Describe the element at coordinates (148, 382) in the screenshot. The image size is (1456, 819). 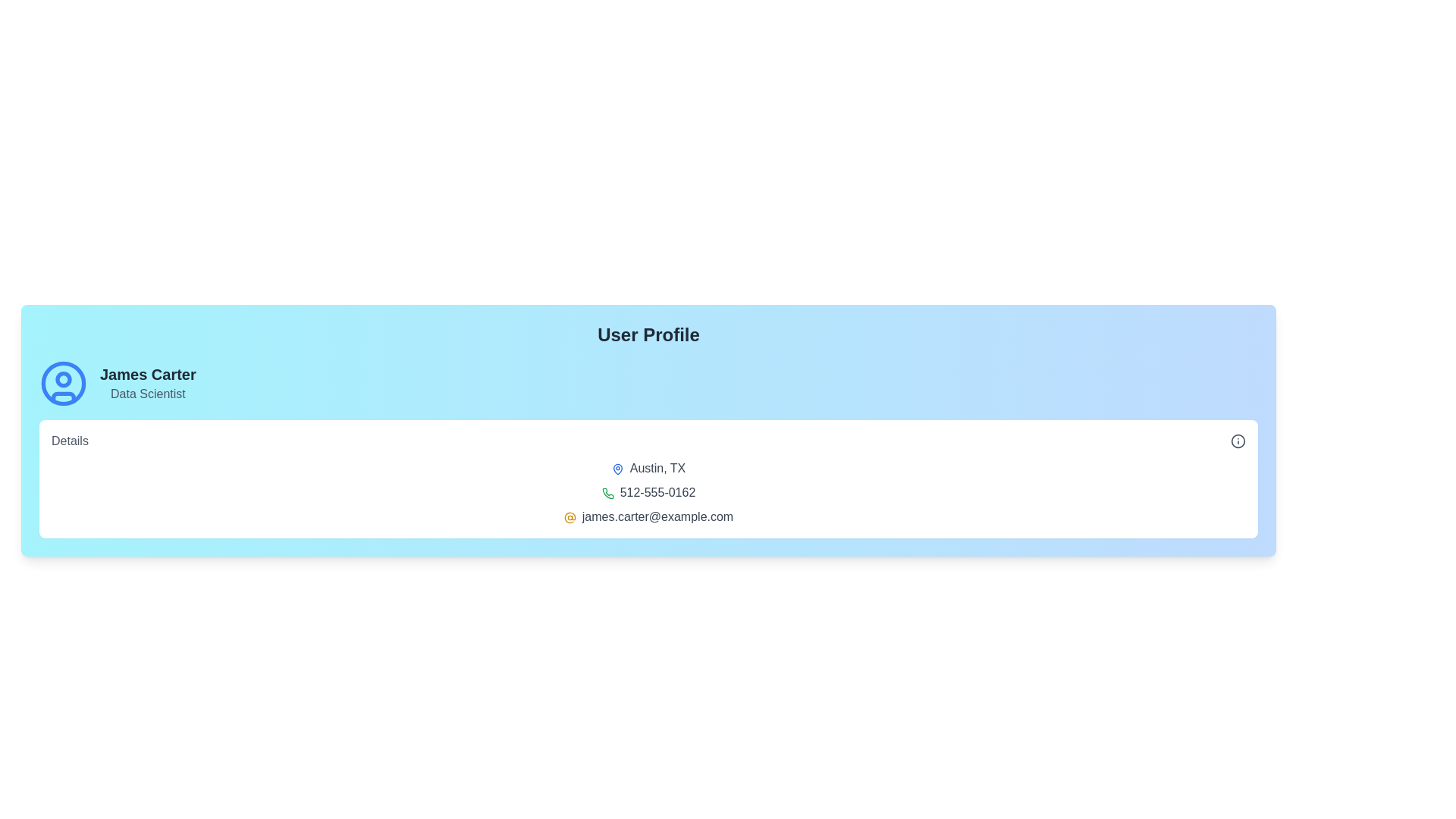
I see `labeled text block containing the user's name 'James Carter' and title 'Data Scientist', which is positioned to the right of a circular user icon` at that location.